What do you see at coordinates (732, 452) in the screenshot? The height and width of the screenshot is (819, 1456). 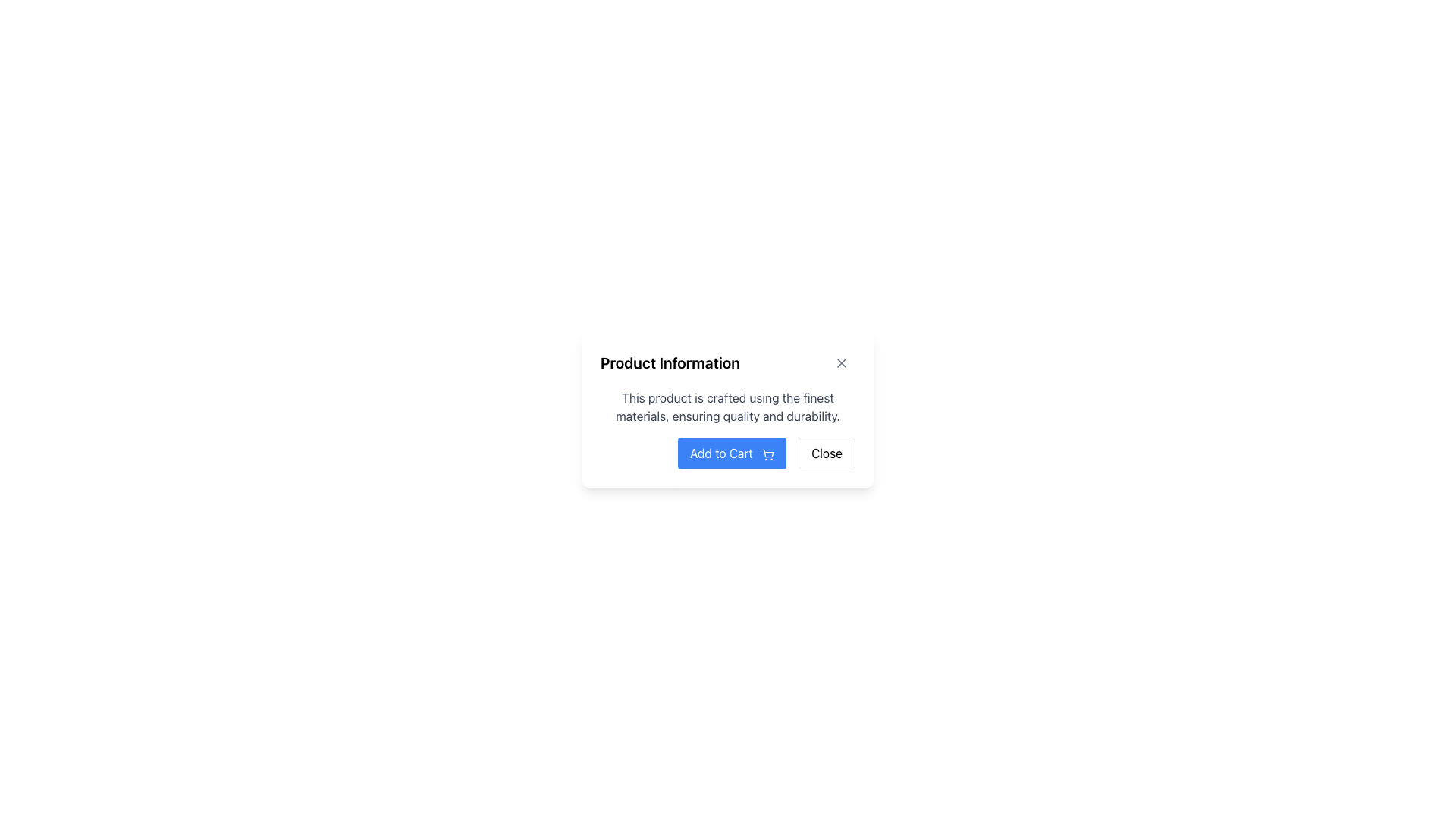 I see `the blue 'Add to Cart' button located at the bottom-center of the modal` at bounding box center [732, 452].